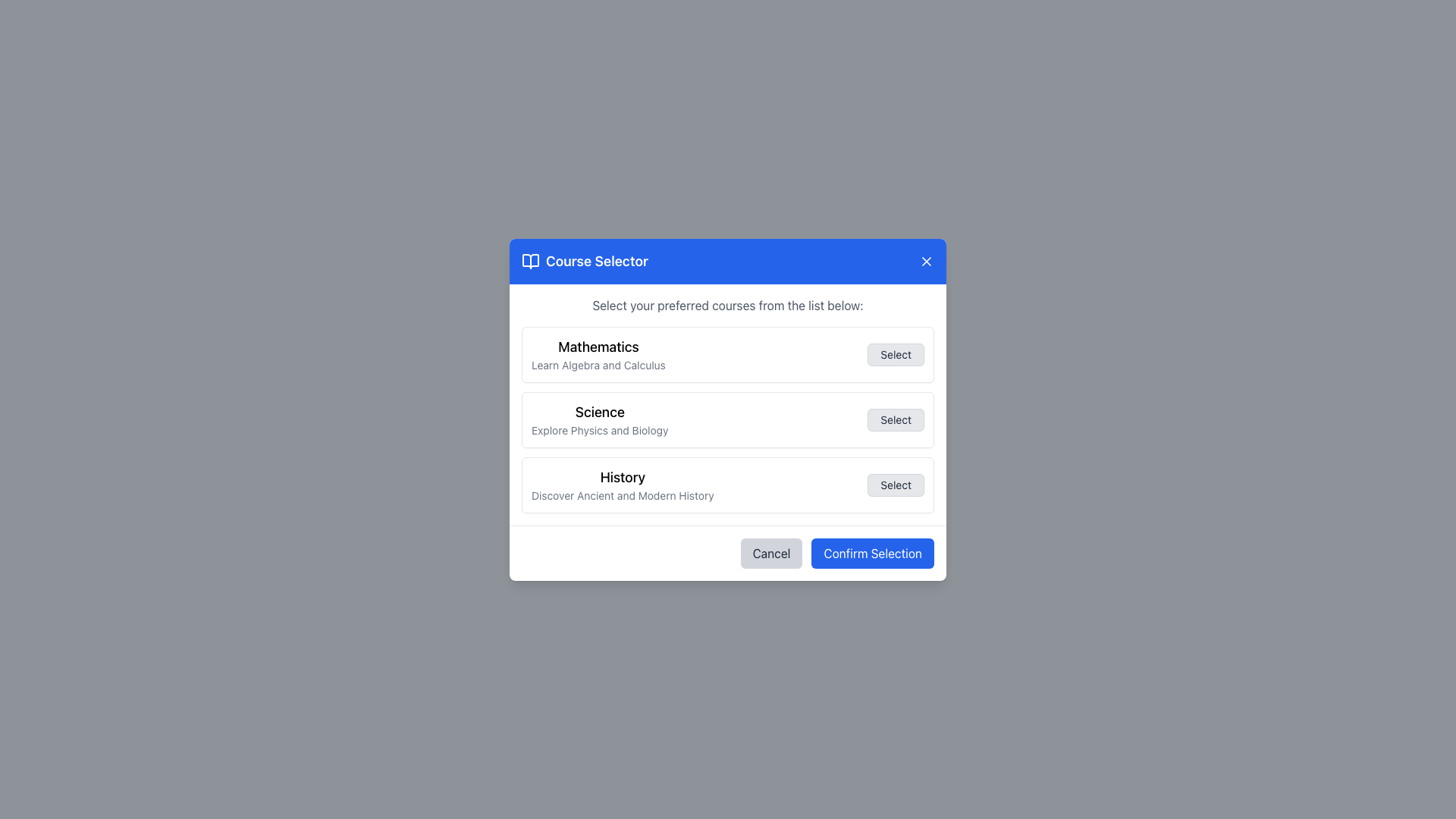  What do you see at coordinates (596, 260) in the screenshot?
I see `the 'Course Selector' text label, which is bold and prominently displayed on a blue header background, located next to a book icon in the modal dialog's header` at bounding box center [596, 260].